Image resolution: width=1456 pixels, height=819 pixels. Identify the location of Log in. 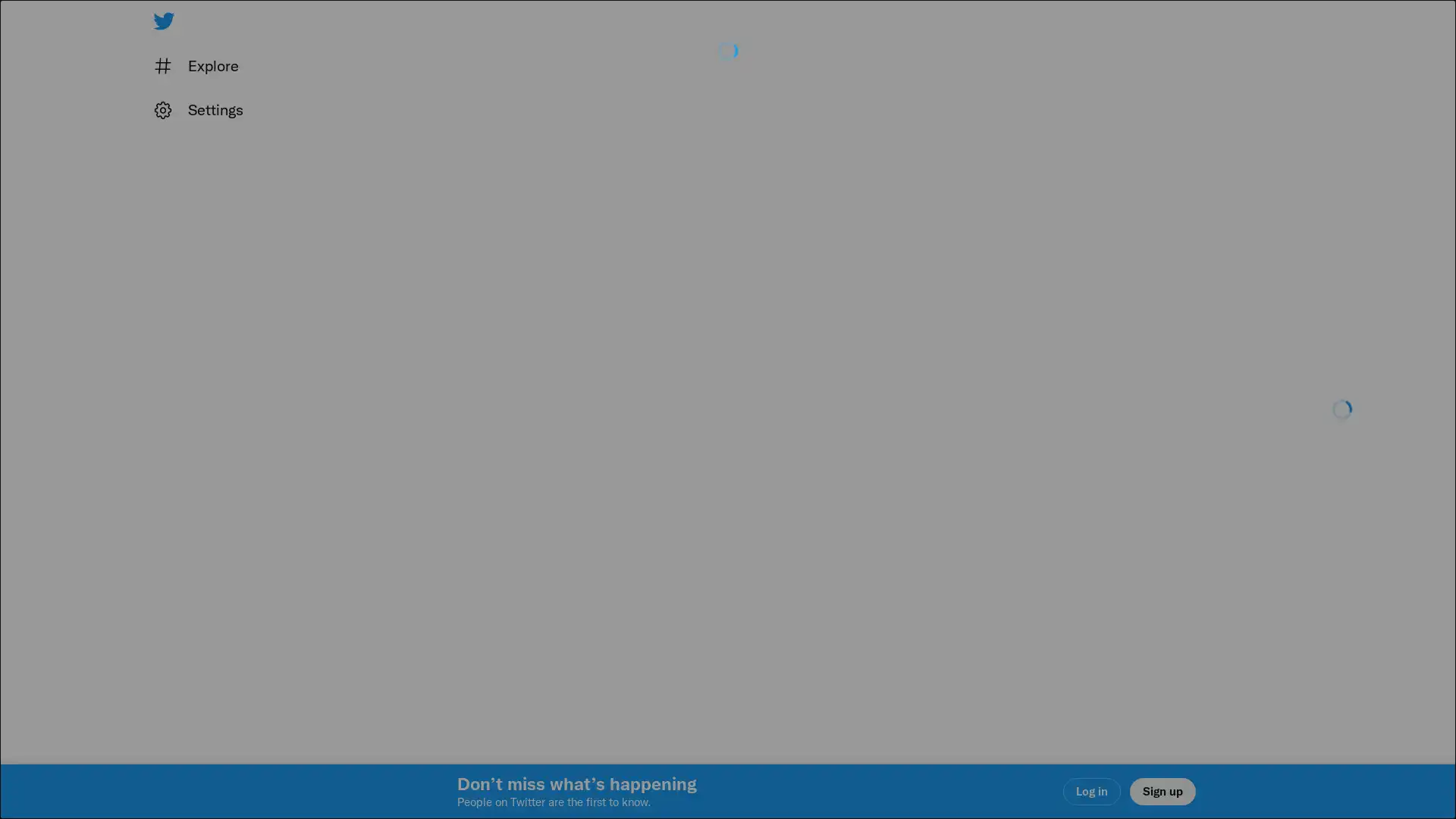
(910, 516).